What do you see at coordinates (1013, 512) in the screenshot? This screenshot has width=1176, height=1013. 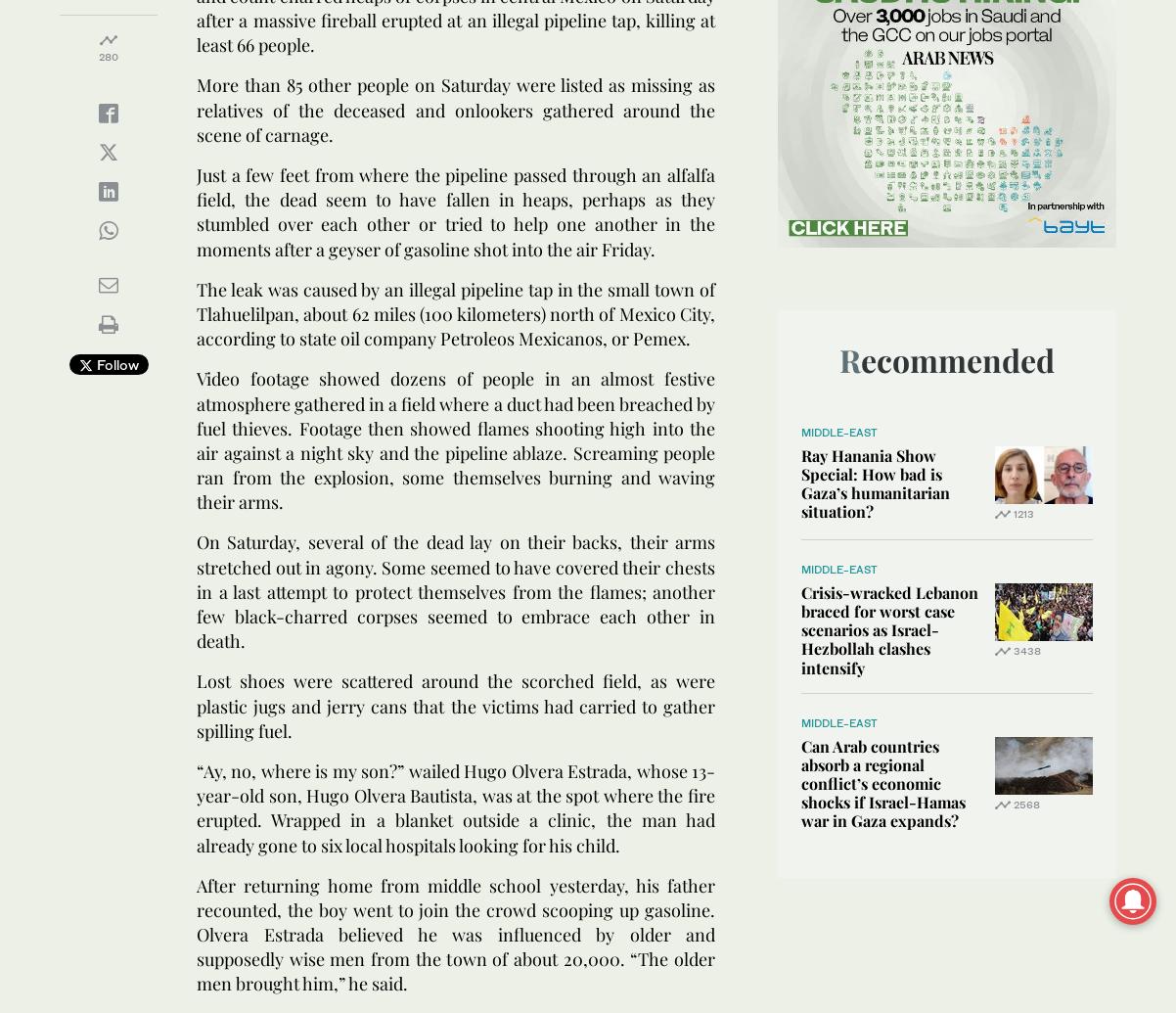 I see `'1213'` at bounding box center [1013, 512].